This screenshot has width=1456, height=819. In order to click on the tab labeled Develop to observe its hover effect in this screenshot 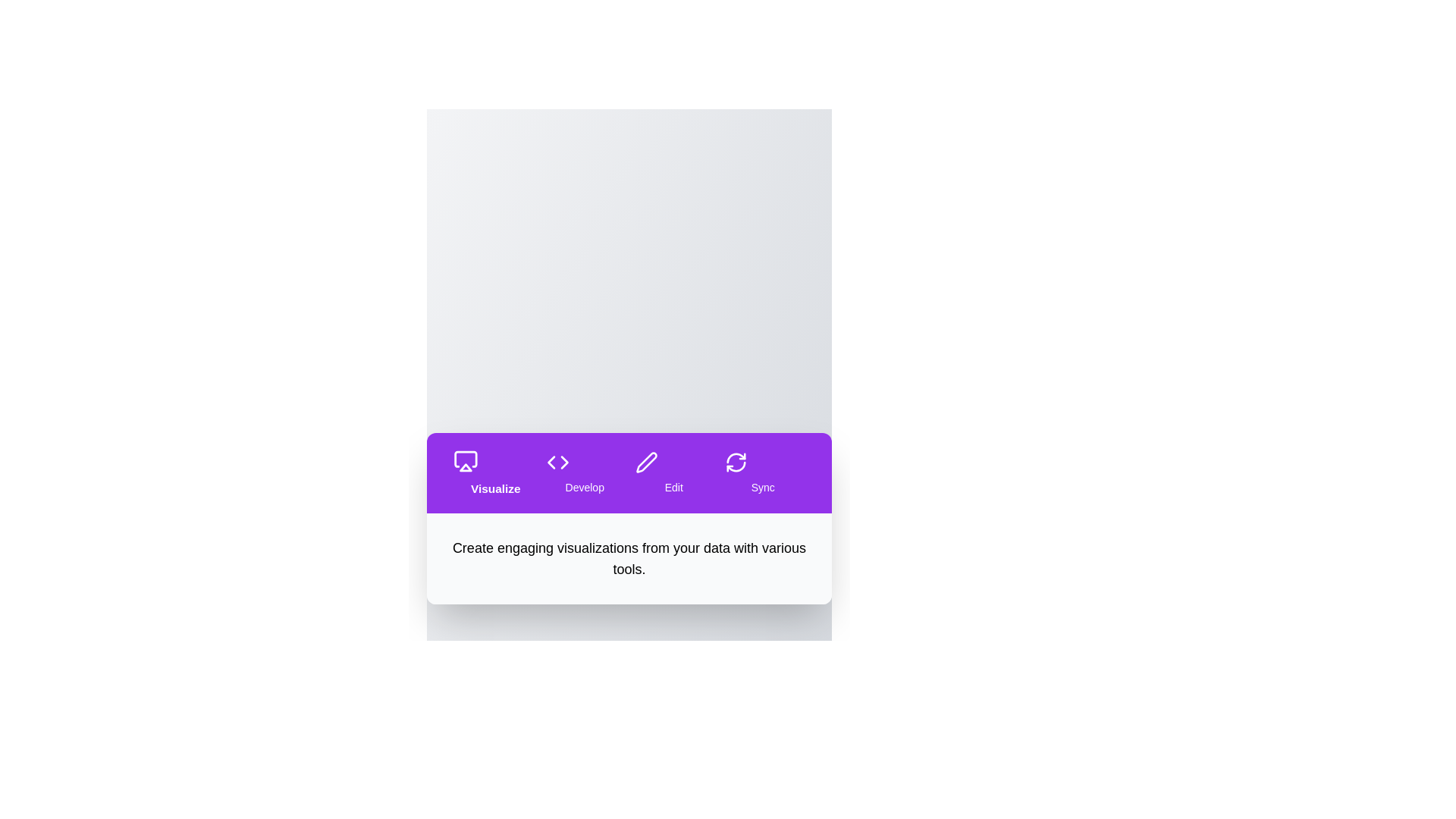, I will do `click(584, 472)`.